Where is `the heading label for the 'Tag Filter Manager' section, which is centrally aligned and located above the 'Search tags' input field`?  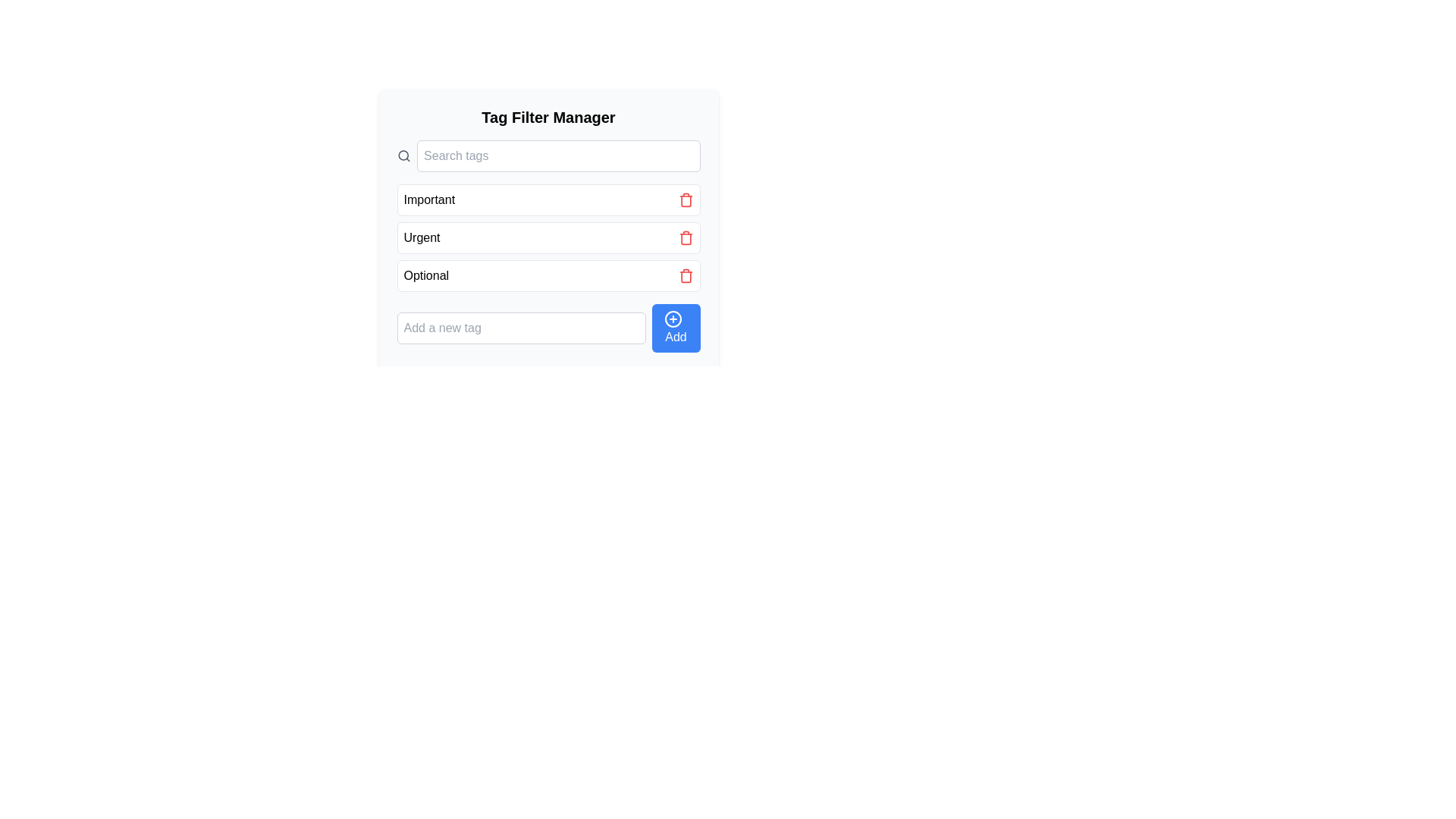
the heading label for the 'Tag Filter Manager' section, which is centrally aligned and located above the 'Search tags' input field is located at coordinates (548, 116).